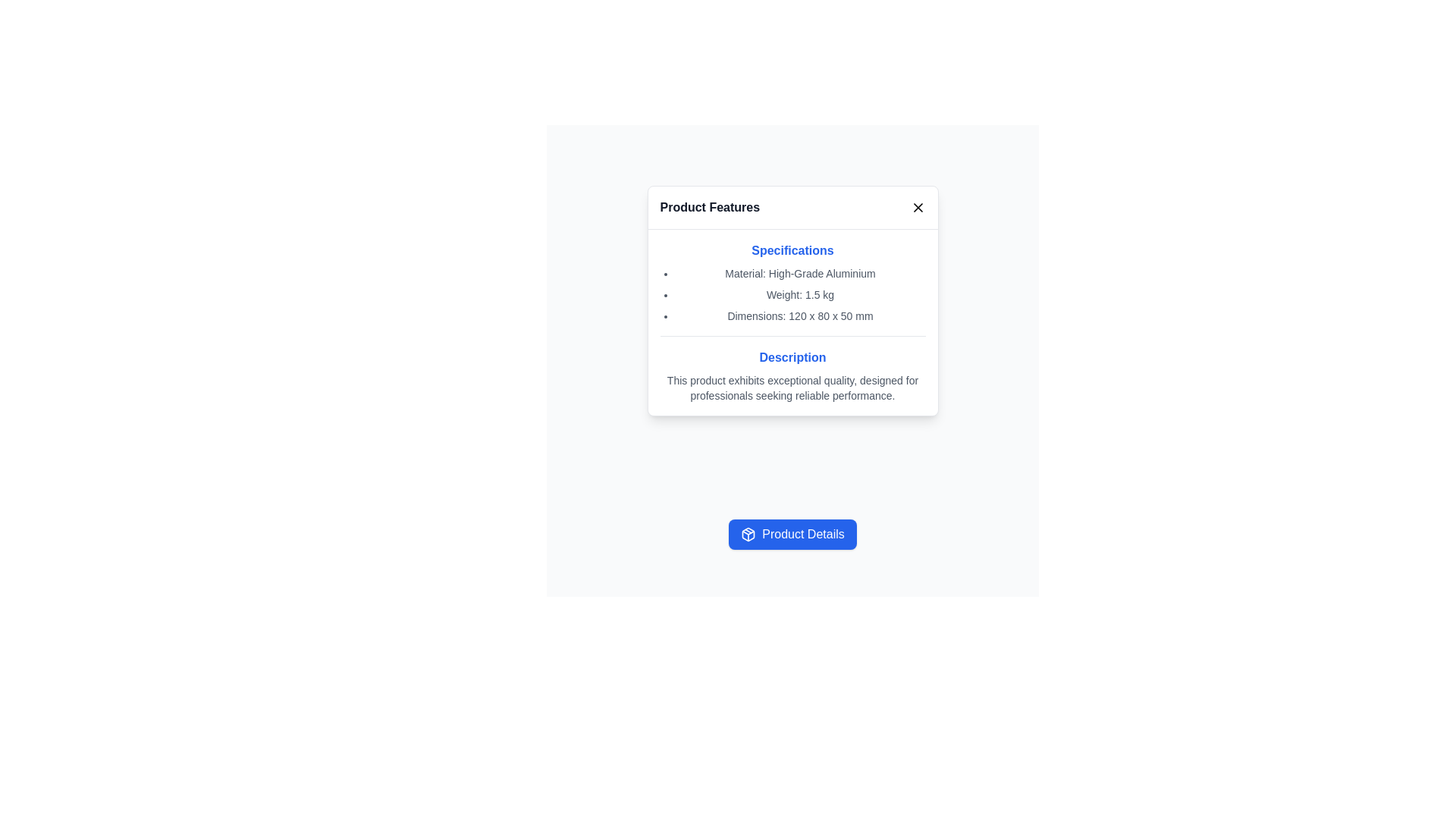 Image resolution: width=1456 pixels, height=819 pixels. What do you see at coordinates (917, 207) in the screenshot?
I see `the close button located on the rightmost side of the modal header` at bounding box center [917, 207].